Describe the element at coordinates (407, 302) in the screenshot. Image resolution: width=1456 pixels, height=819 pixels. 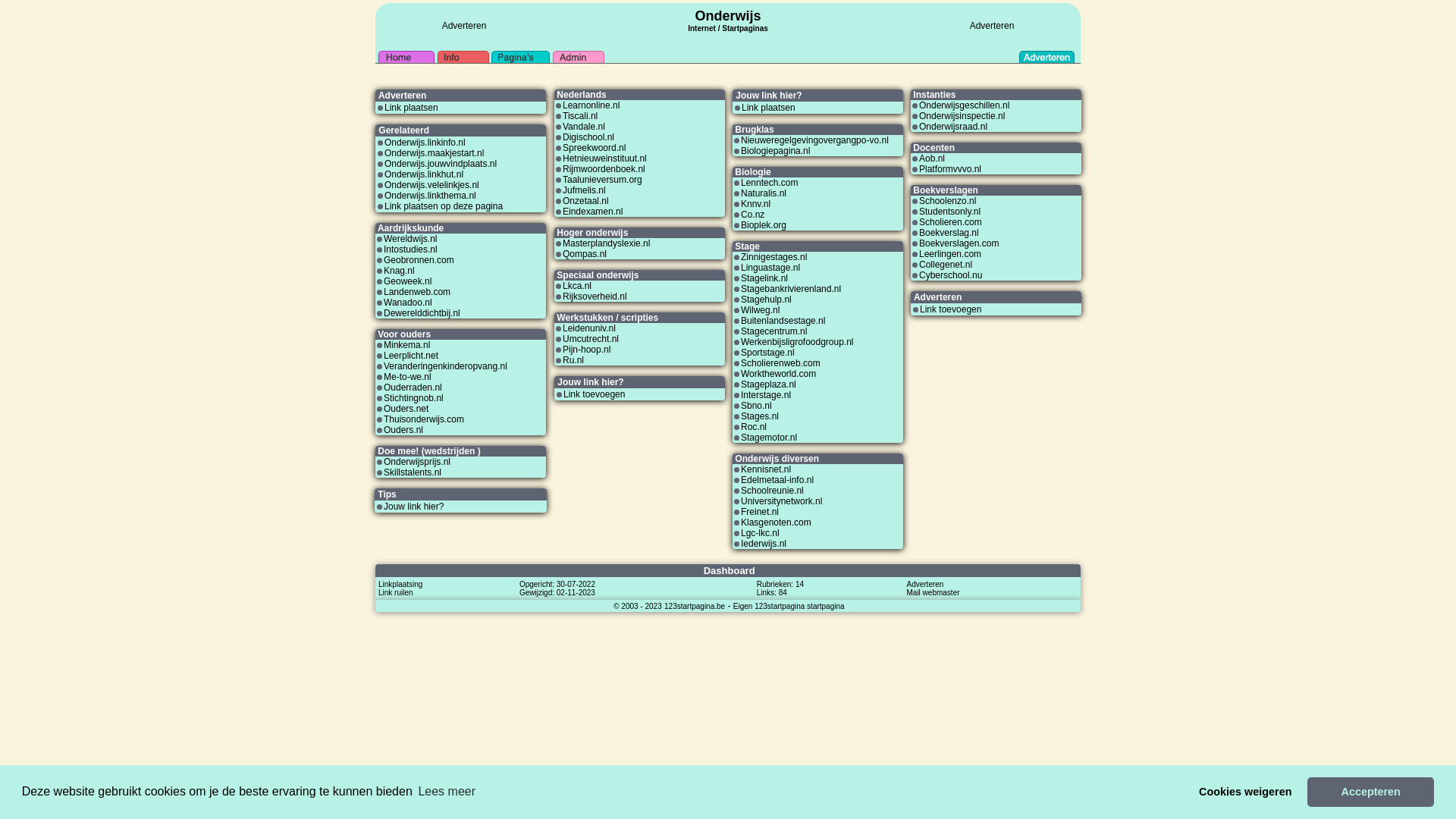
I see `'Wanadoo.nl'` at that location.